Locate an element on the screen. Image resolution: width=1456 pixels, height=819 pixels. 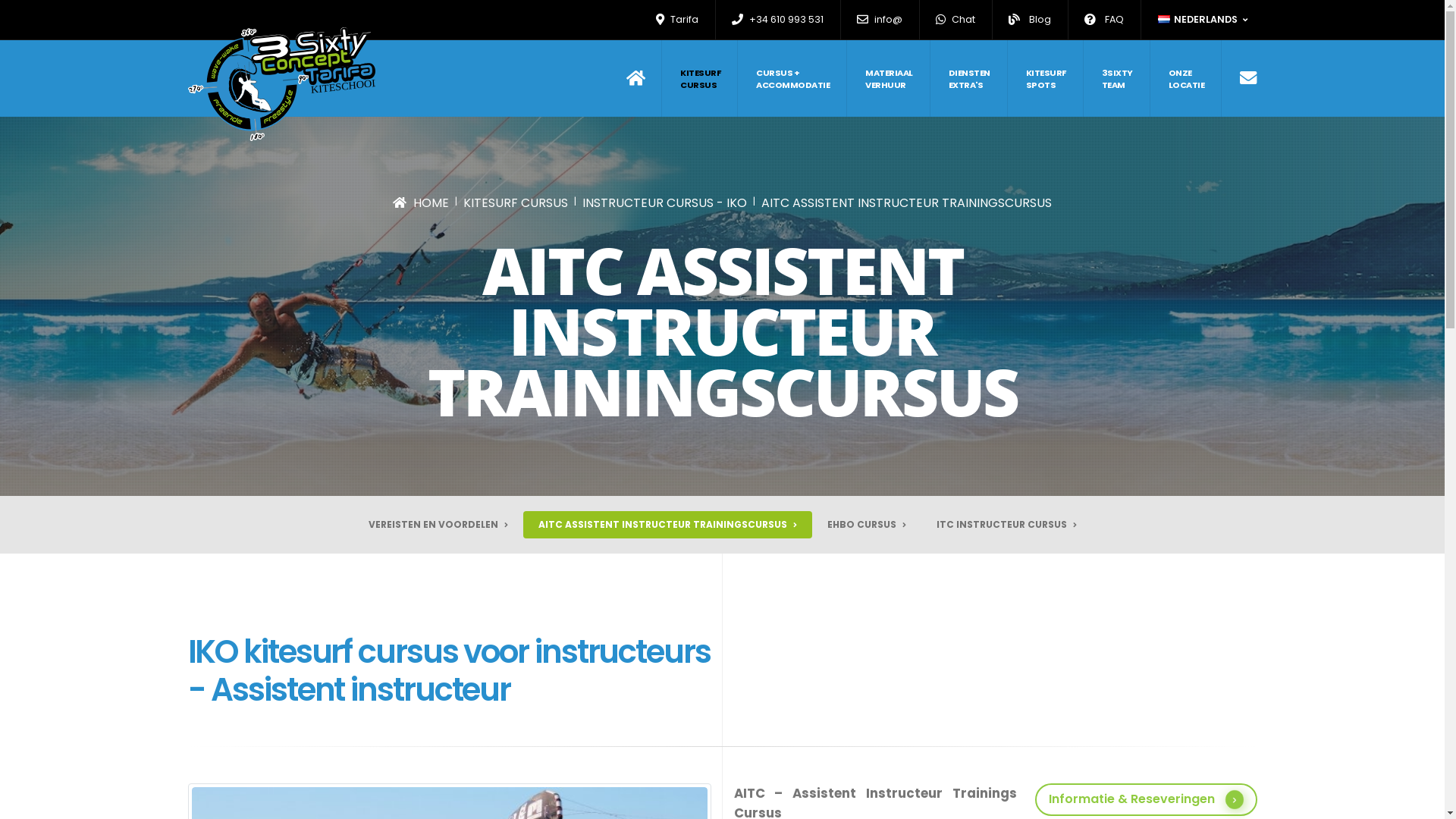
'FAQ' is located at coordinates (1103, 20).